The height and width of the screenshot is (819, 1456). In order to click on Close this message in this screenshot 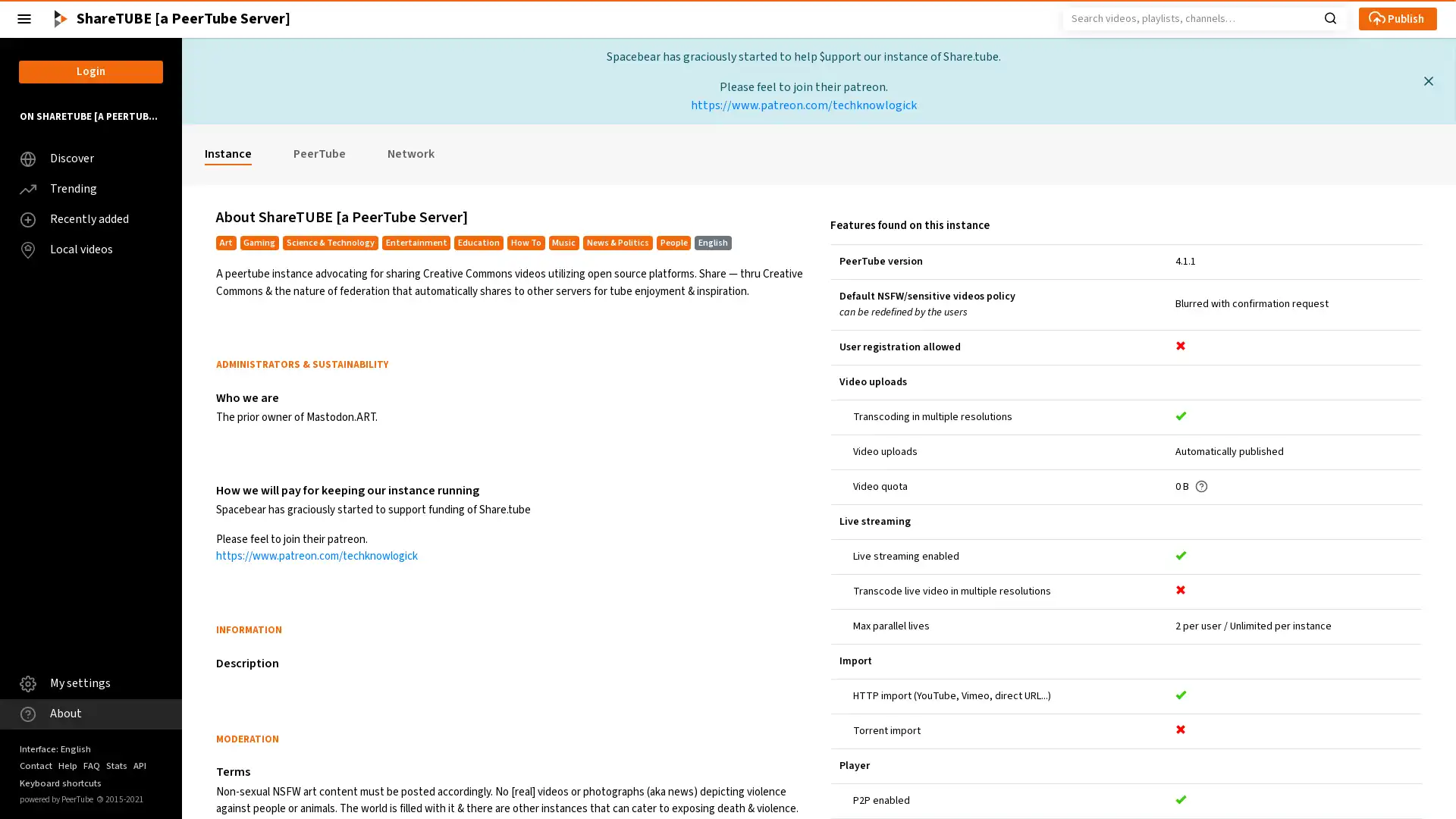, I will do `click(1427, 80)`.